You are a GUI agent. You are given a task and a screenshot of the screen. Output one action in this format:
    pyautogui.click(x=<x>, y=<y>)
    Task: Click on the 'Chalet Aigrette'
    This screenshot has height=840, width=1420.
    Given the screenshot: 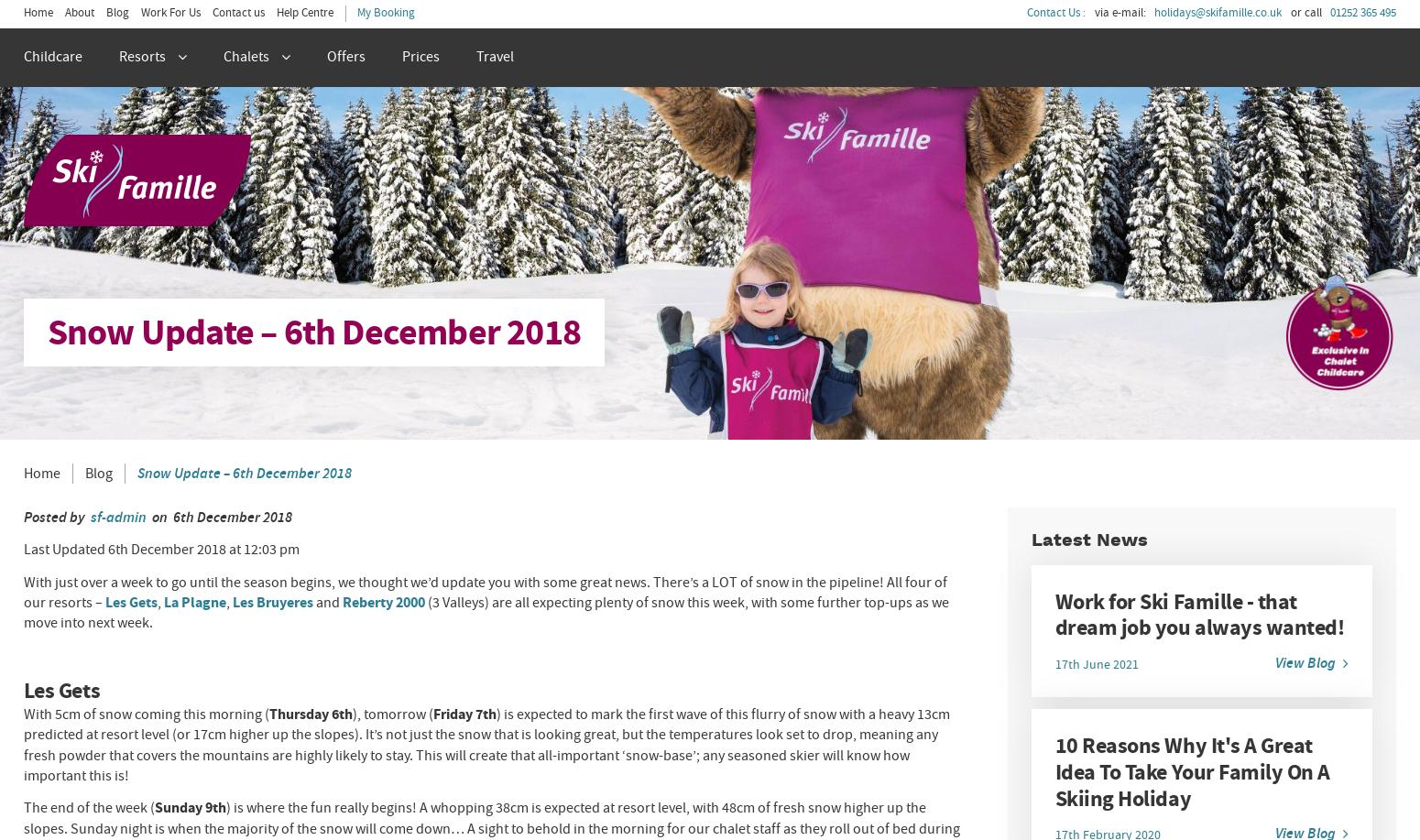 What is the action you would take?
    pyautogui.click(x=77, y=256)
    